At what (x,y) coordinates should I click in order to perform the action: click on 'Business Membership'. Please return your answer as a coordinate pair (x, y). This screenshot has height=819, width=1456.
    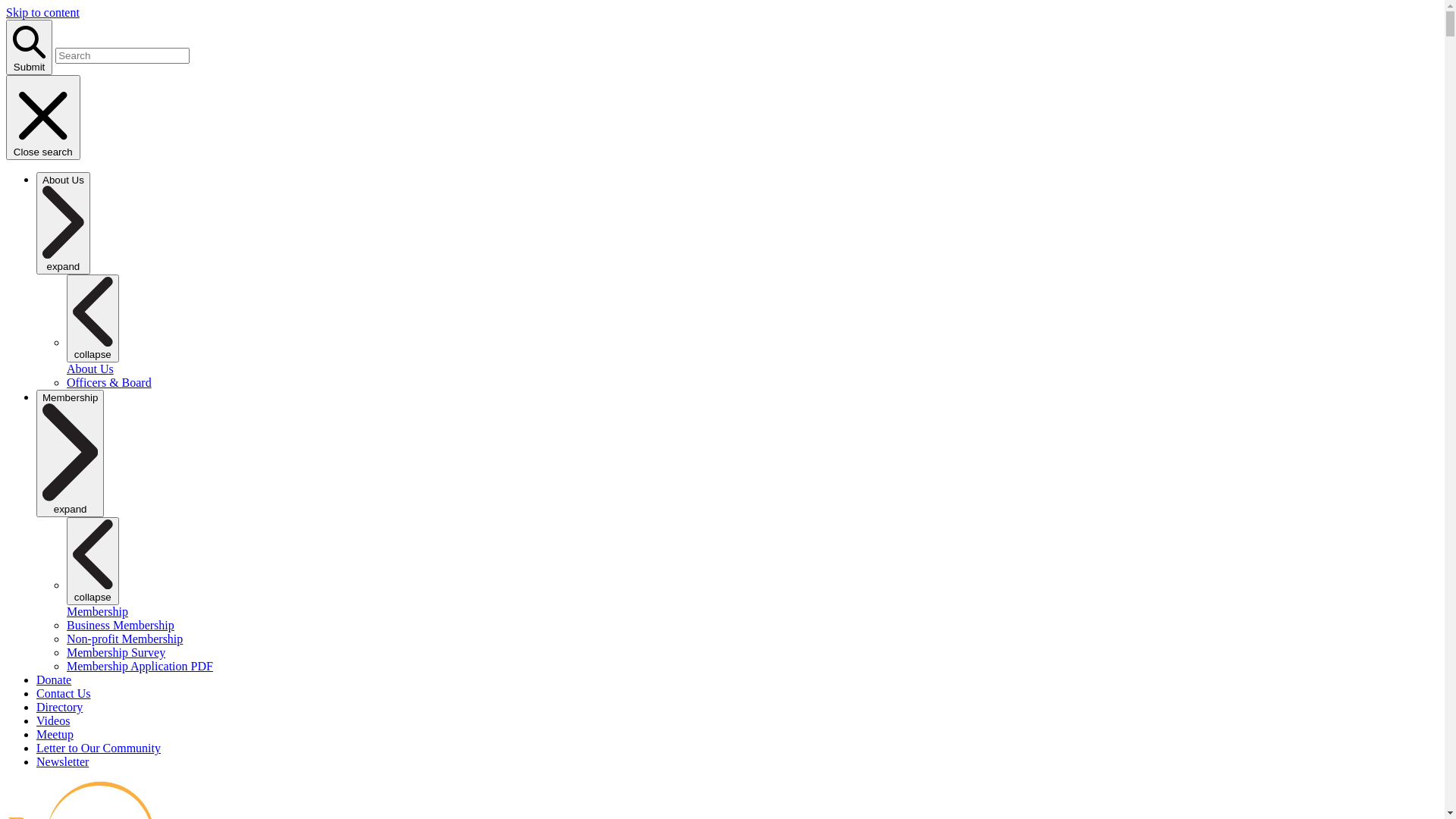
    Looking at the image, I should click on (119, 625).